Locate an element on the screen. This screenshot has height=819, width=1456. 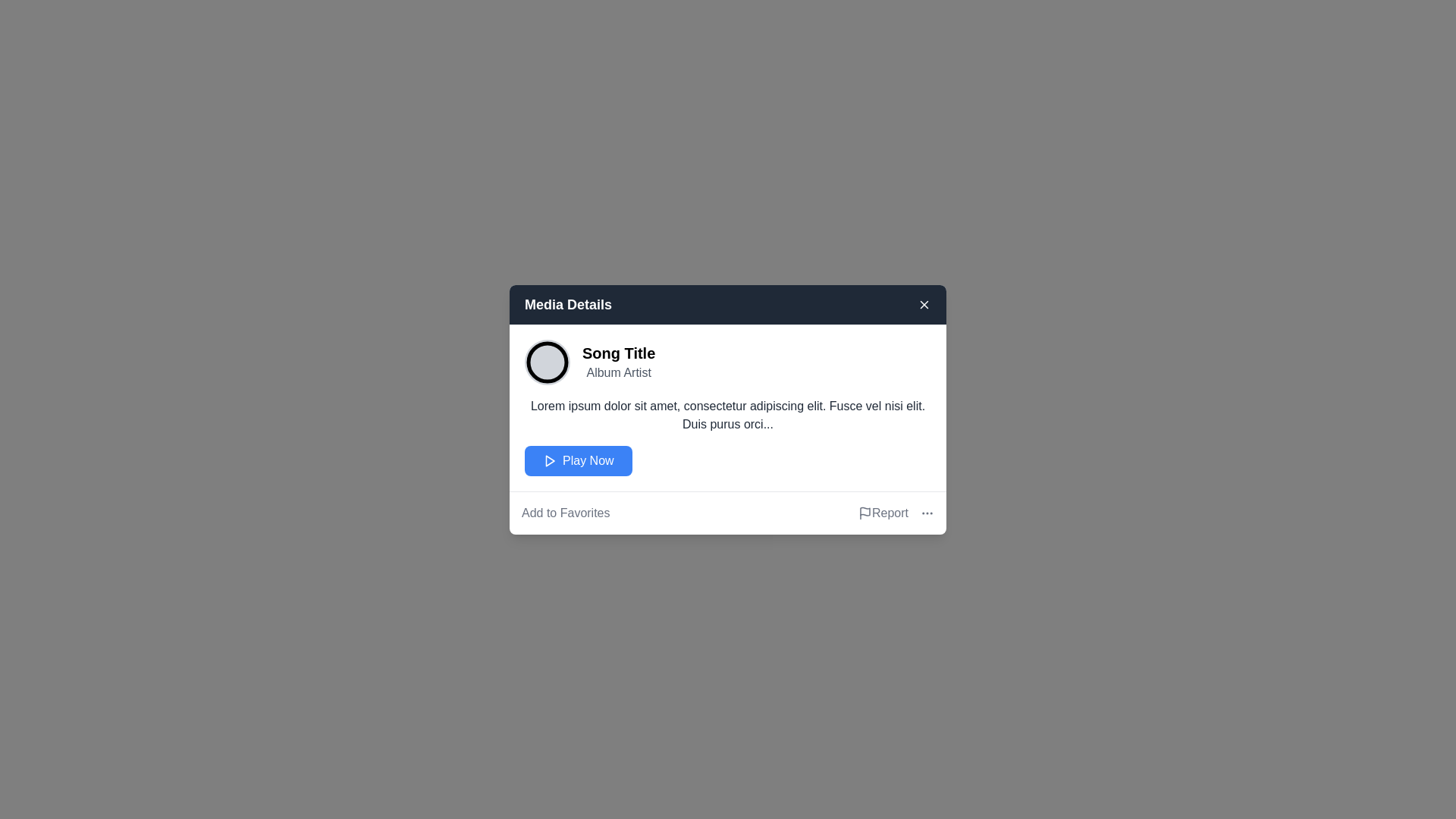
the title and subtitle text component of the media item located in the 'Media Details' modal dialog is located at coordinates (619, 362).